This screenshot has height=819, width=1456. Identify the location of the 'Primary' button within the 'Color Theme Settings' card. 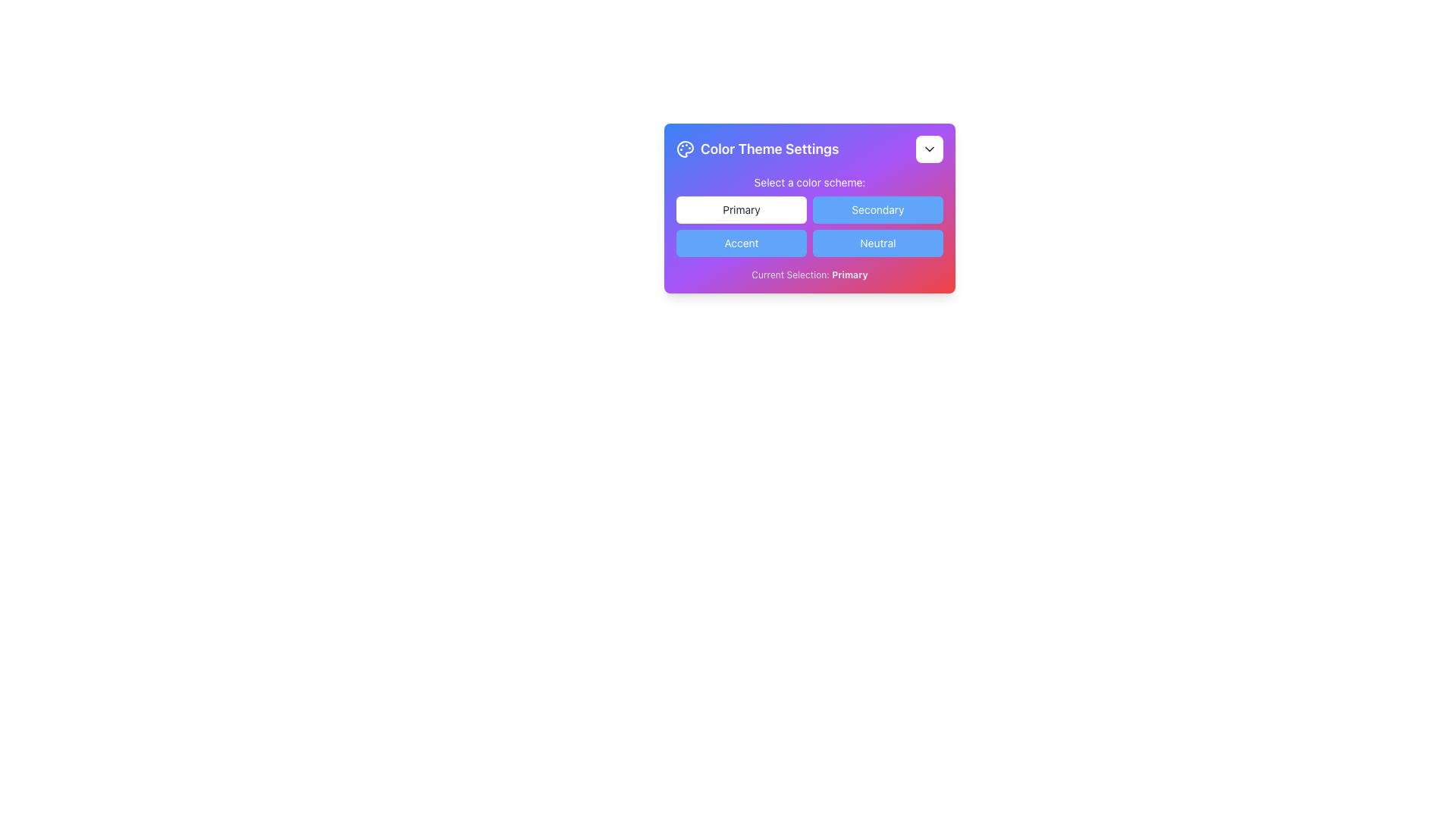
(809, 208).